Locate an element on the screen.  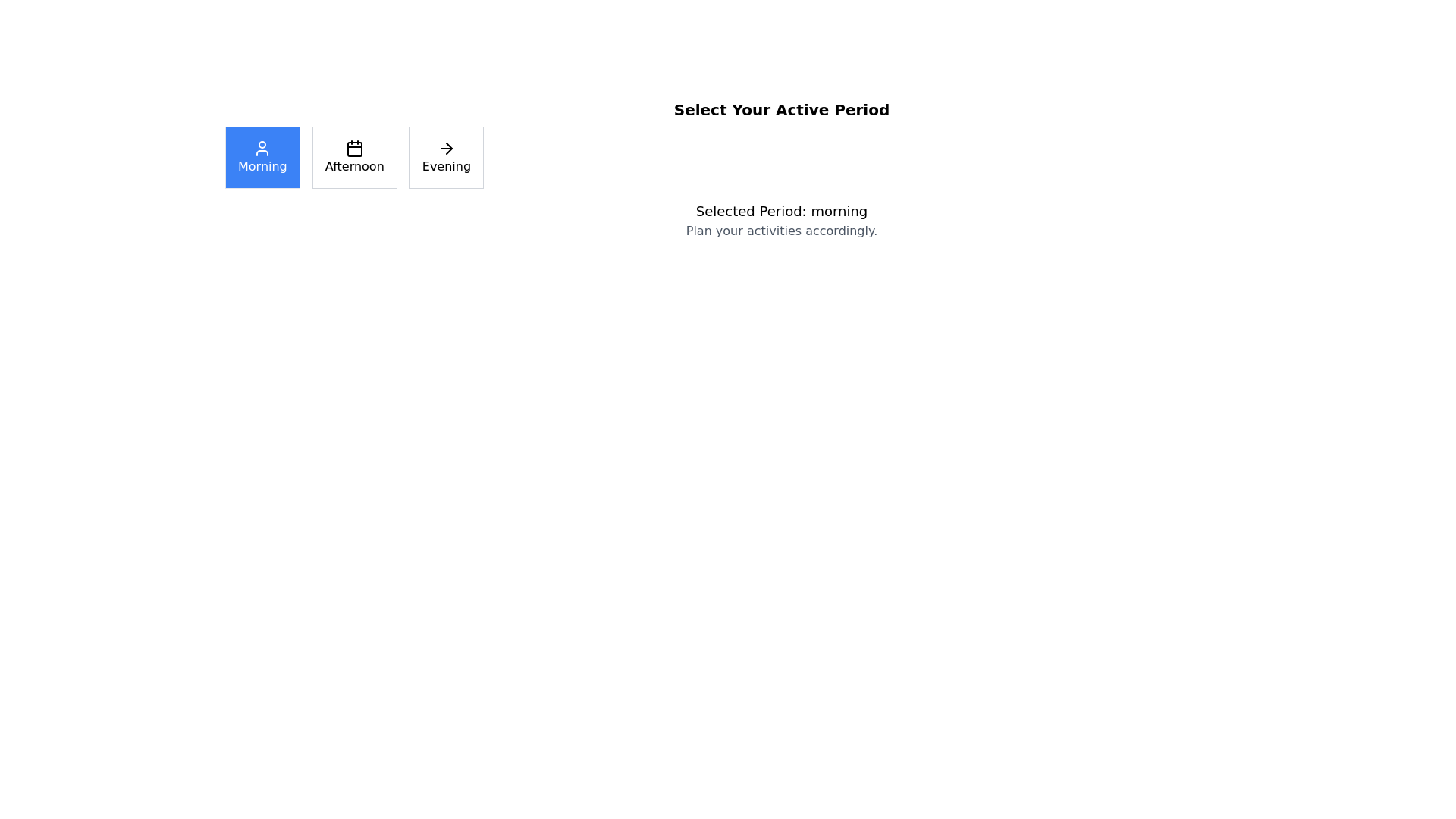
the arrow icon is located at coordinates (445, 149).